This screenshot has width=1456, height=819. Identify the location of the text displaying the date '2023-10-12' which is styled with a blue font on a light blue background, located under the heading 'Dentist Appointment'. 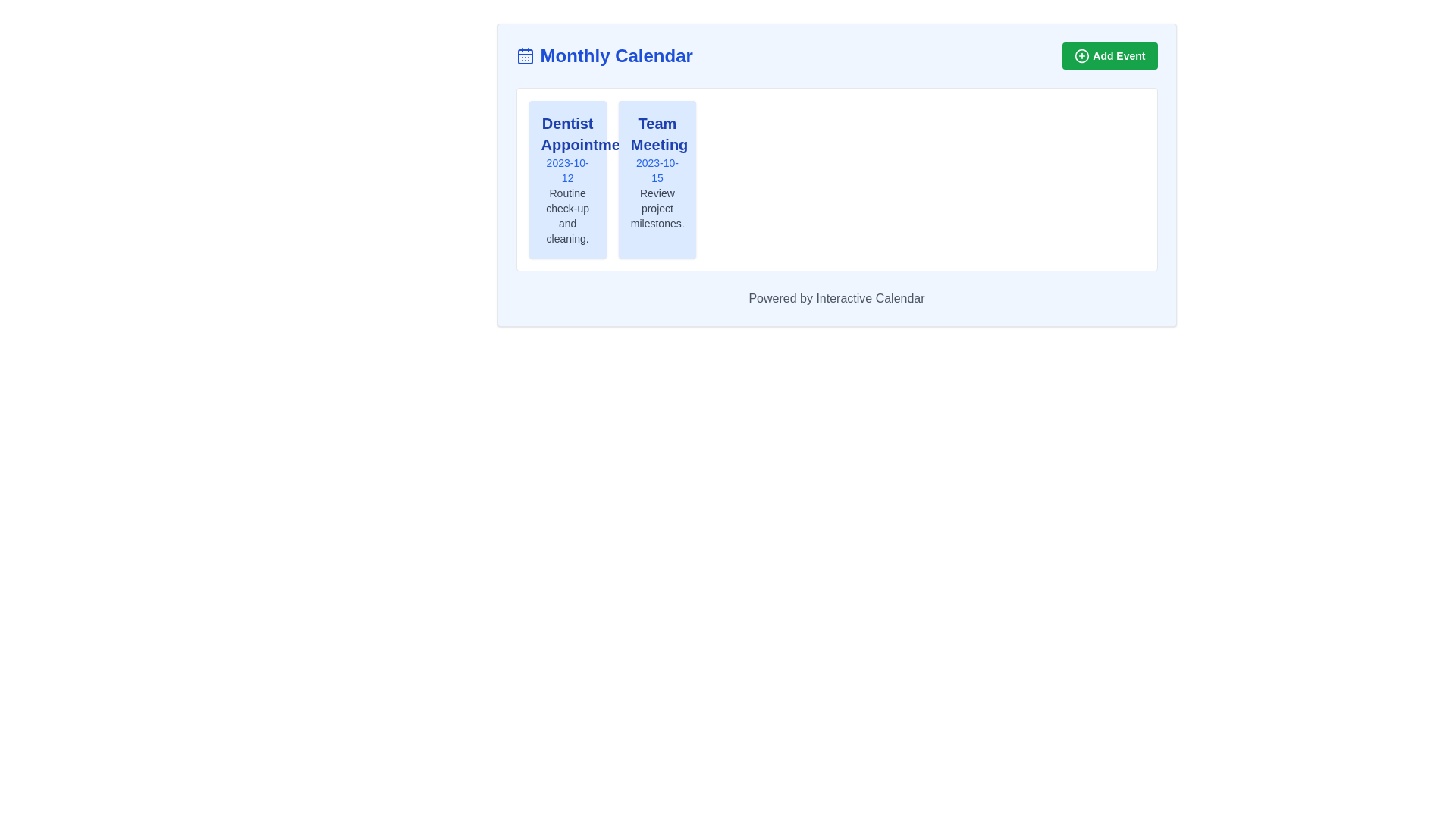
(566, 170).